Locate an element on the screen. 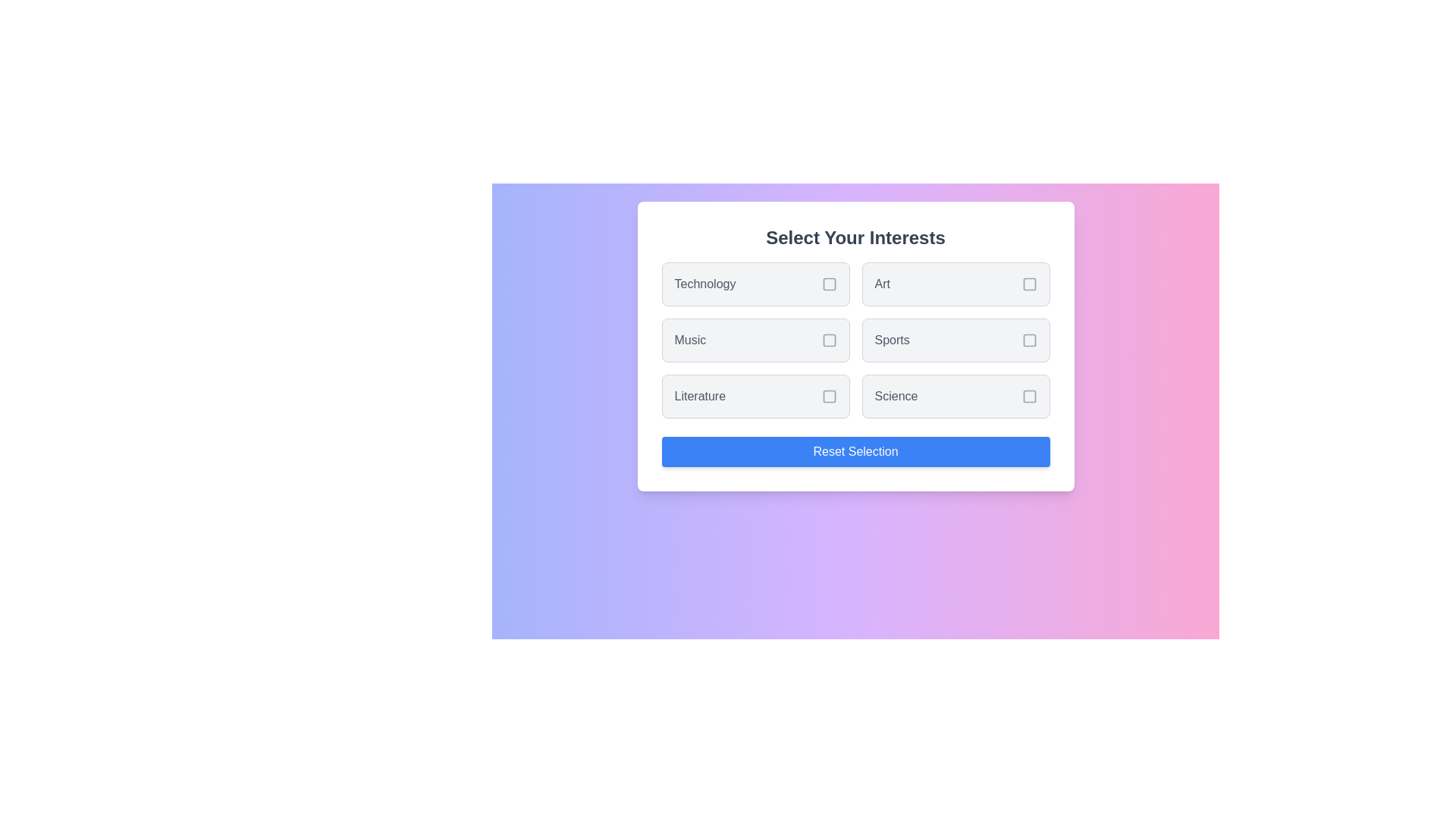 The height and width of the screenshot is (819, 1456). the interest item labeled Technology is located at coordinates (755, 284).